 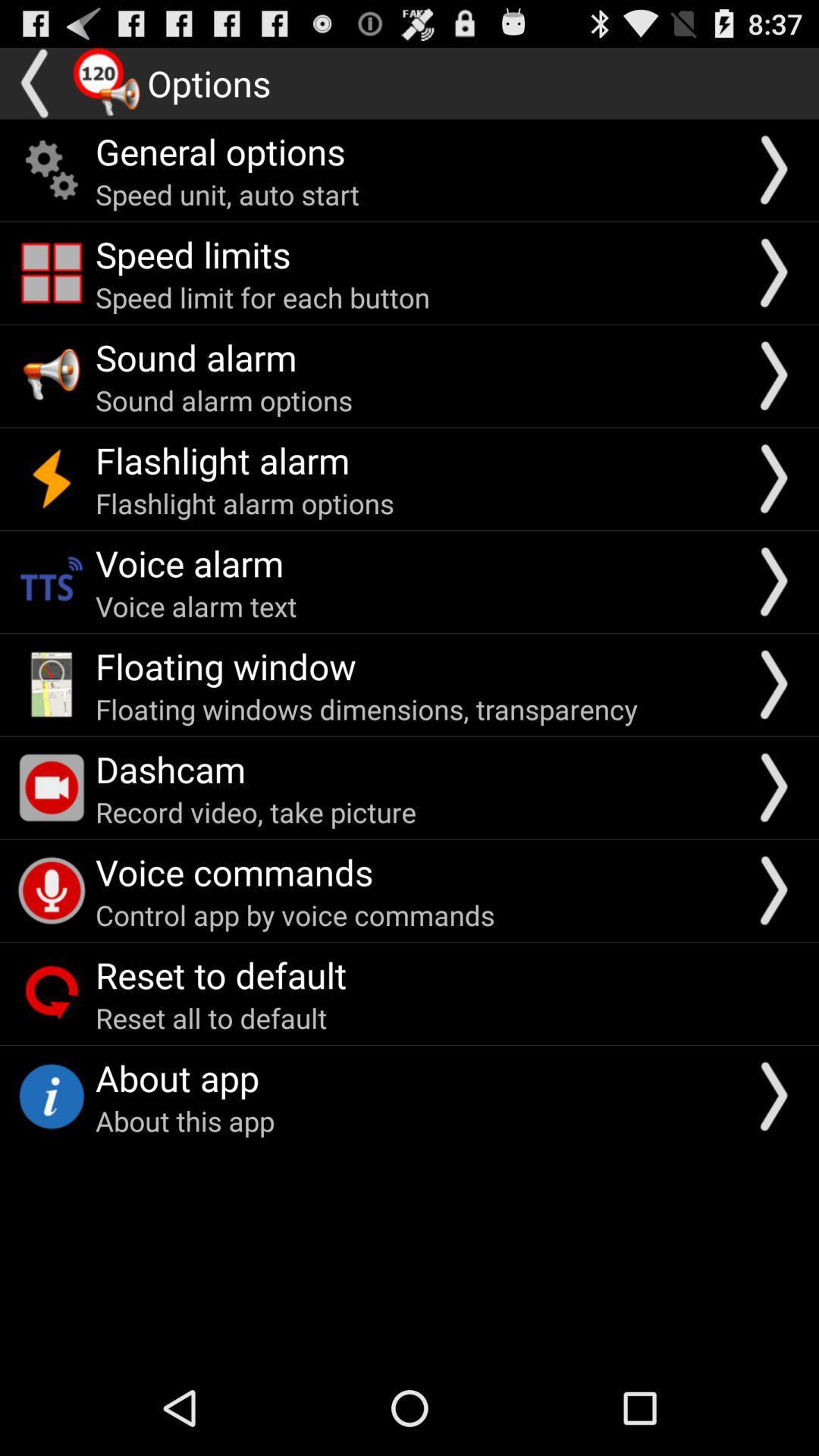 What do you see at coordinates (227, 193) in the screenshot?
I see `the app above speed limits icon` at bounding box center [227, 193].